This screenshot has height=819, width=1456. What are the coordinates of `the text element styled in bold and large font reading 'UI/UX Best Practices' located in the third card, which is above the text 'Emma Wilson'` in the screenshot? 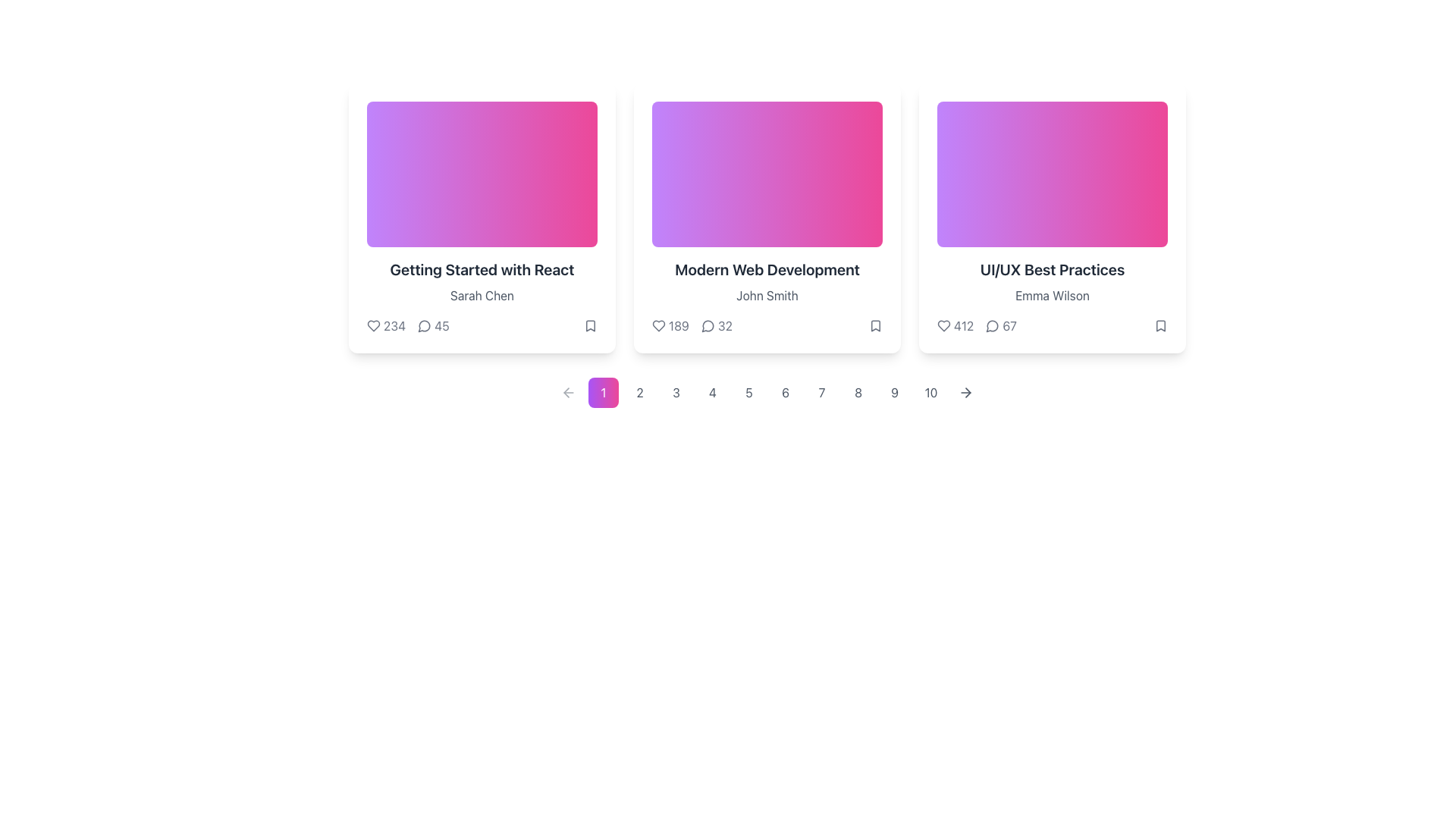 It's located at (1051, 268).